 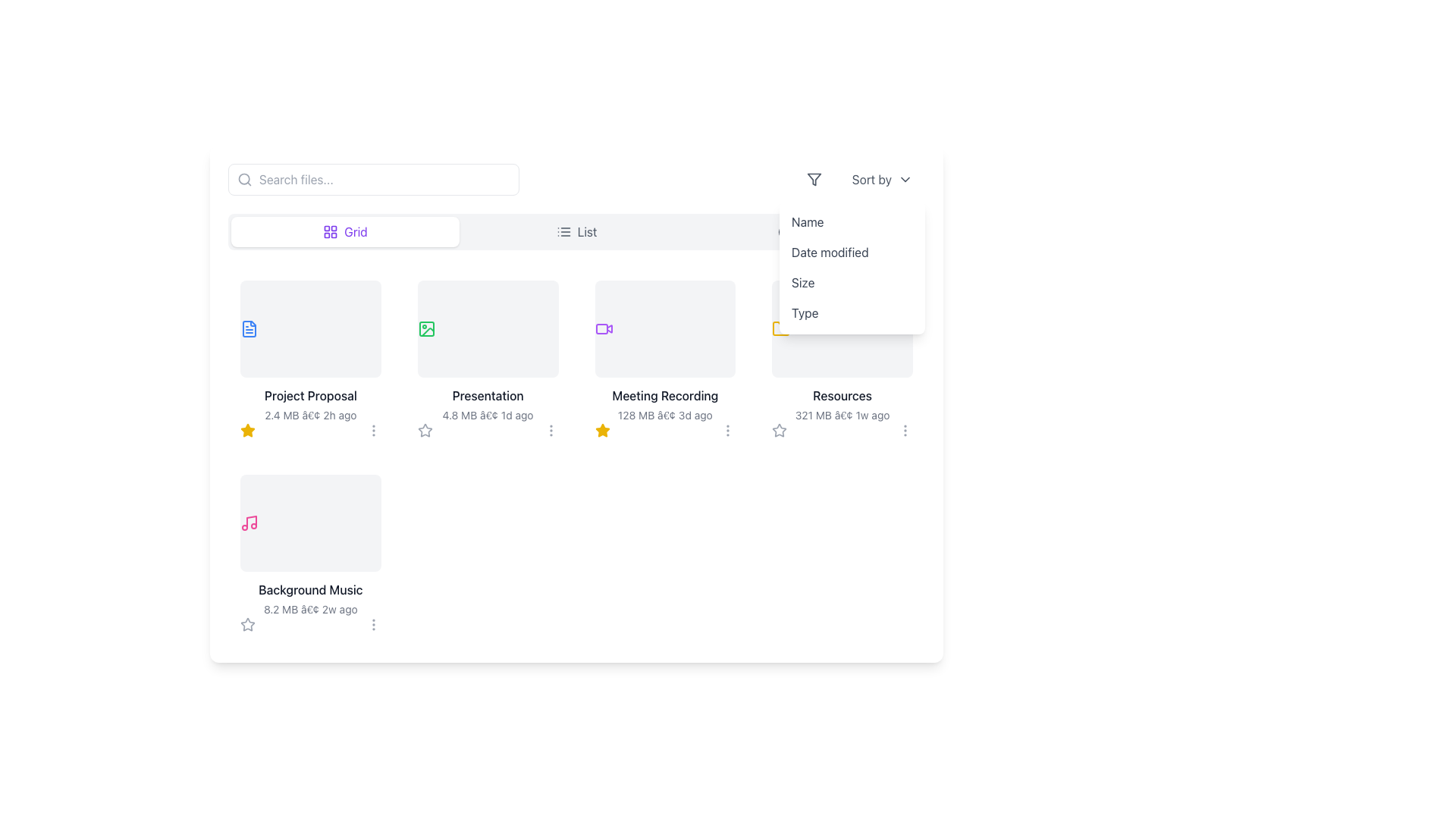 What do you see at coordinates (576, 231) in the screenshot?
I see `the middle button labeled 'List' that displays an icon of three horizontal lines with dots` at bounding box center [576, 231].